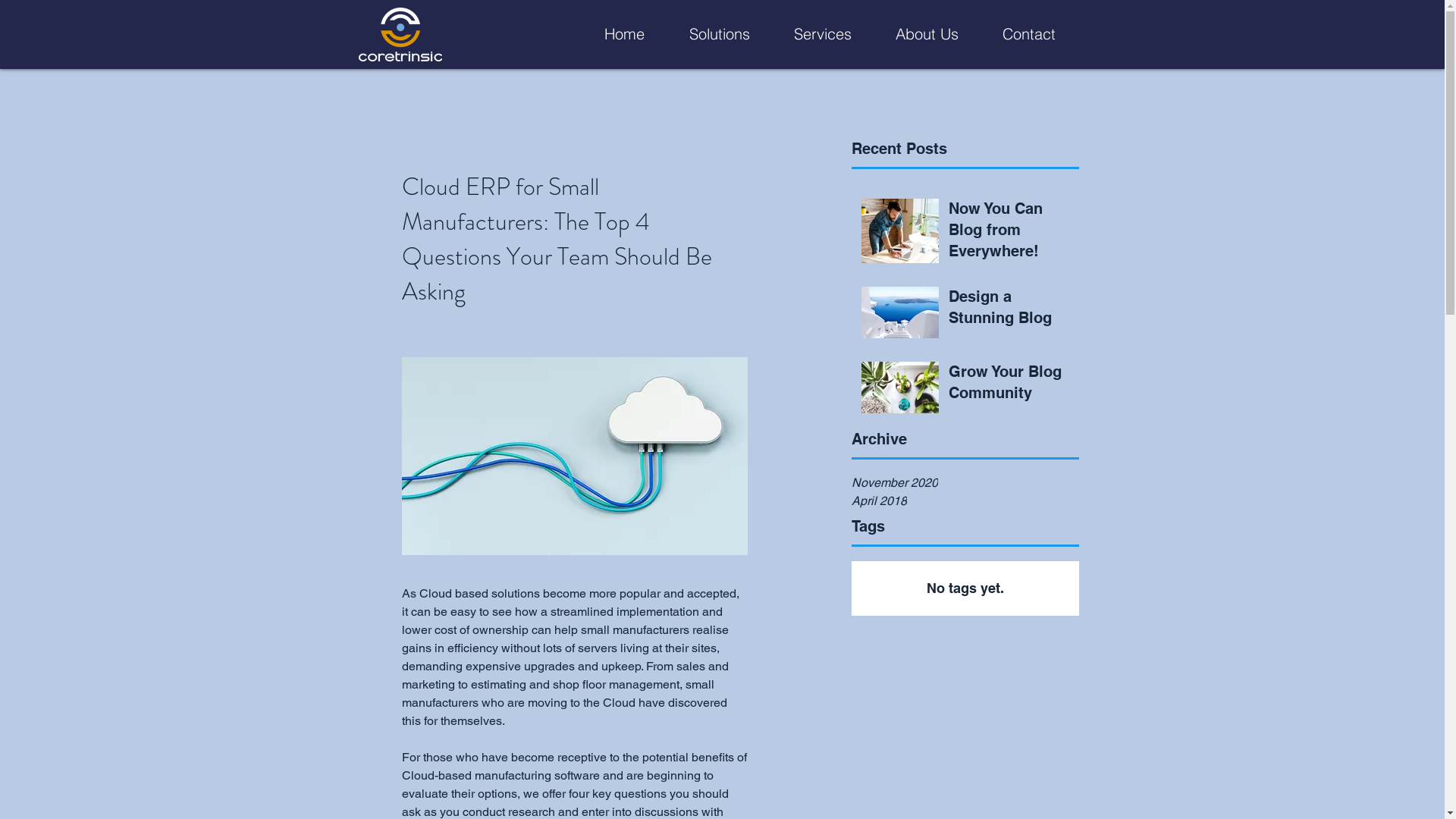  I want to click on 'Design a Stunning Blog', so click(1008, 309).